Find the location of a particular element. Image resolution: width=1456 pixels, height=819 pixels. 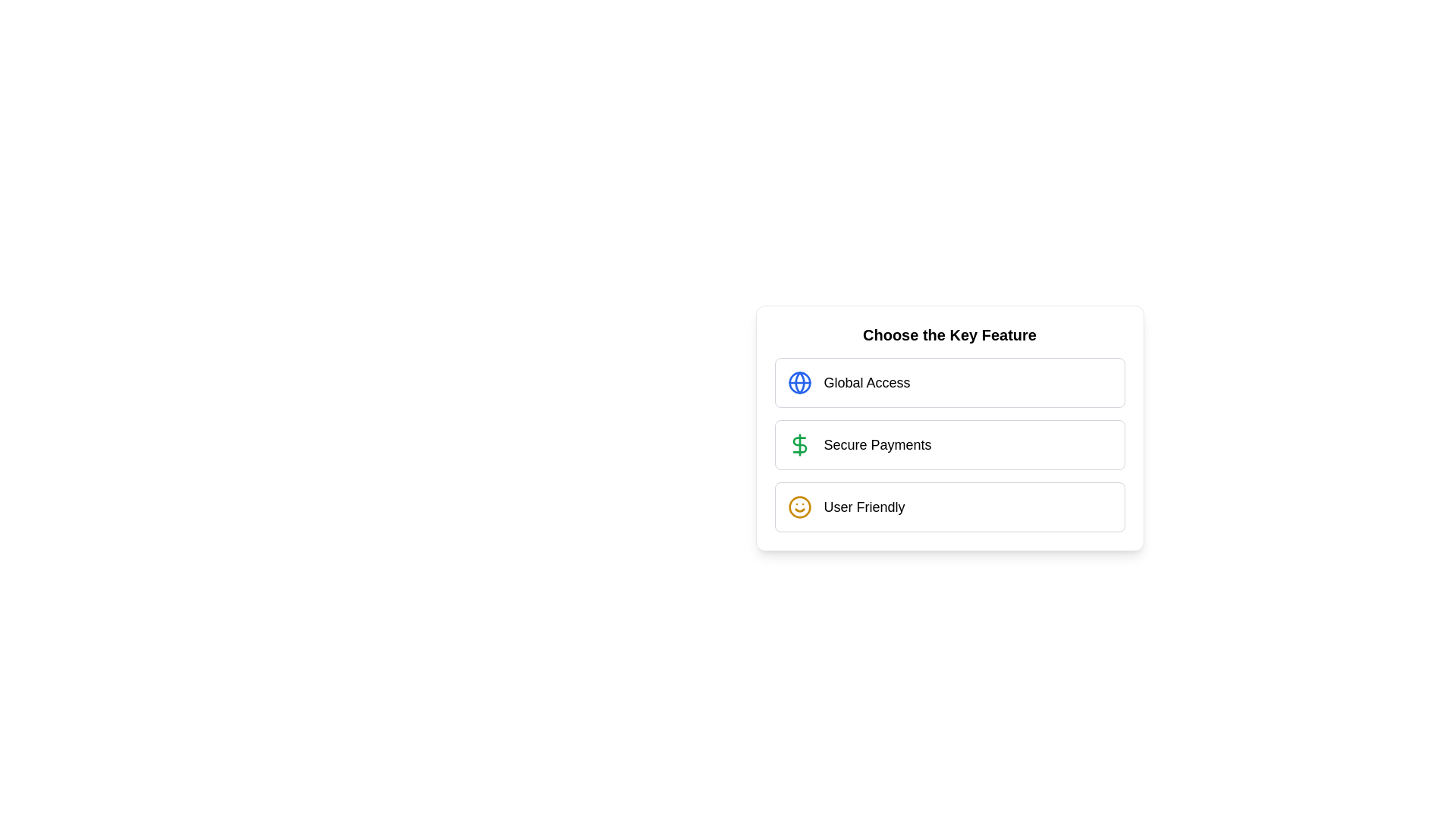

the circular smiley face icon located to the left of 'User Friendly' in the third item of the vertical list under 'Choose the Key Feature.' is located at coordinates (799, 507).